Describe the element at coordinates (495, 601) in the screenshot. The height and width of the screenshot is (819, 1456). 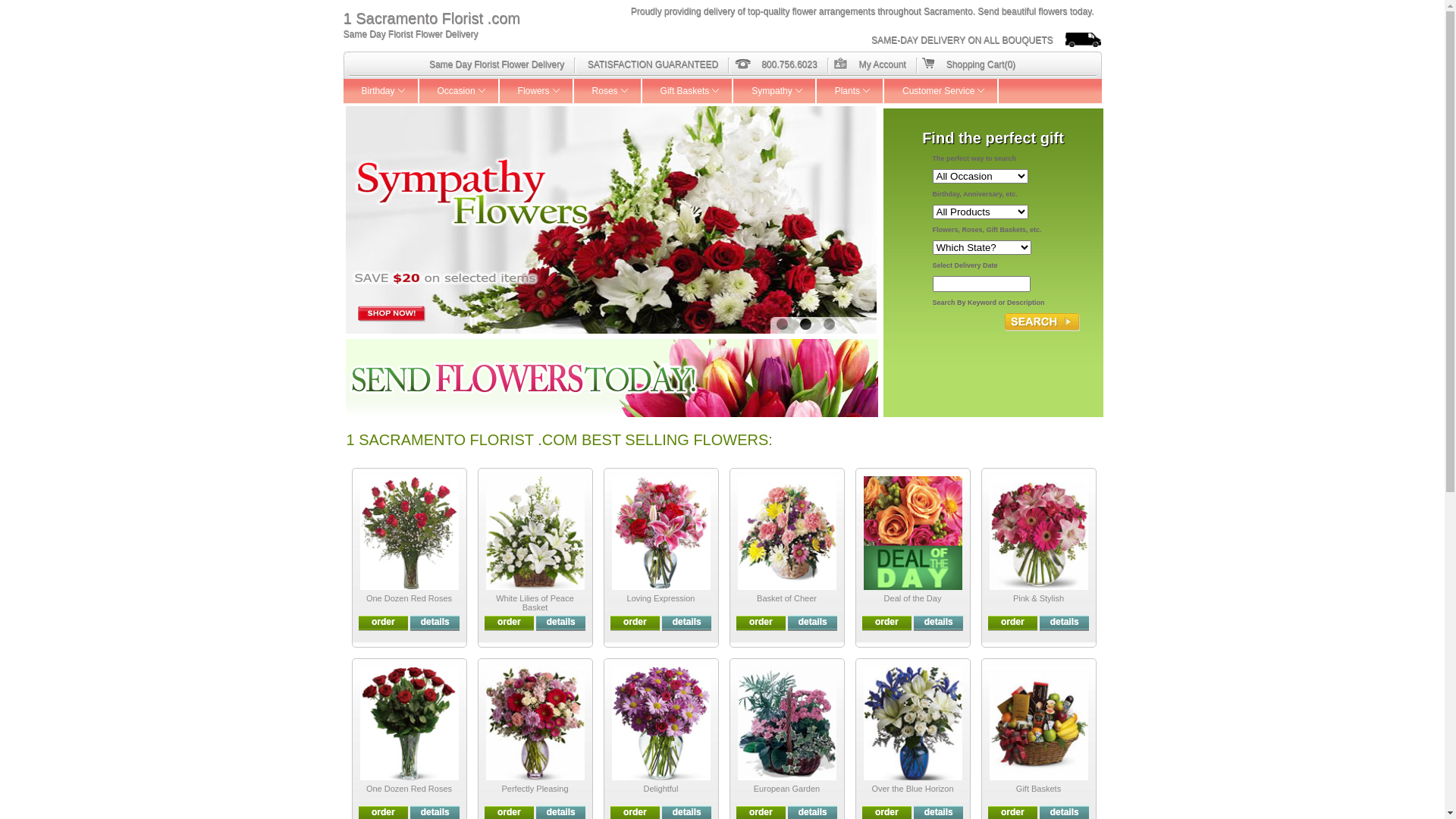
I see `'White Lilies of Peace Basket'` at that location.